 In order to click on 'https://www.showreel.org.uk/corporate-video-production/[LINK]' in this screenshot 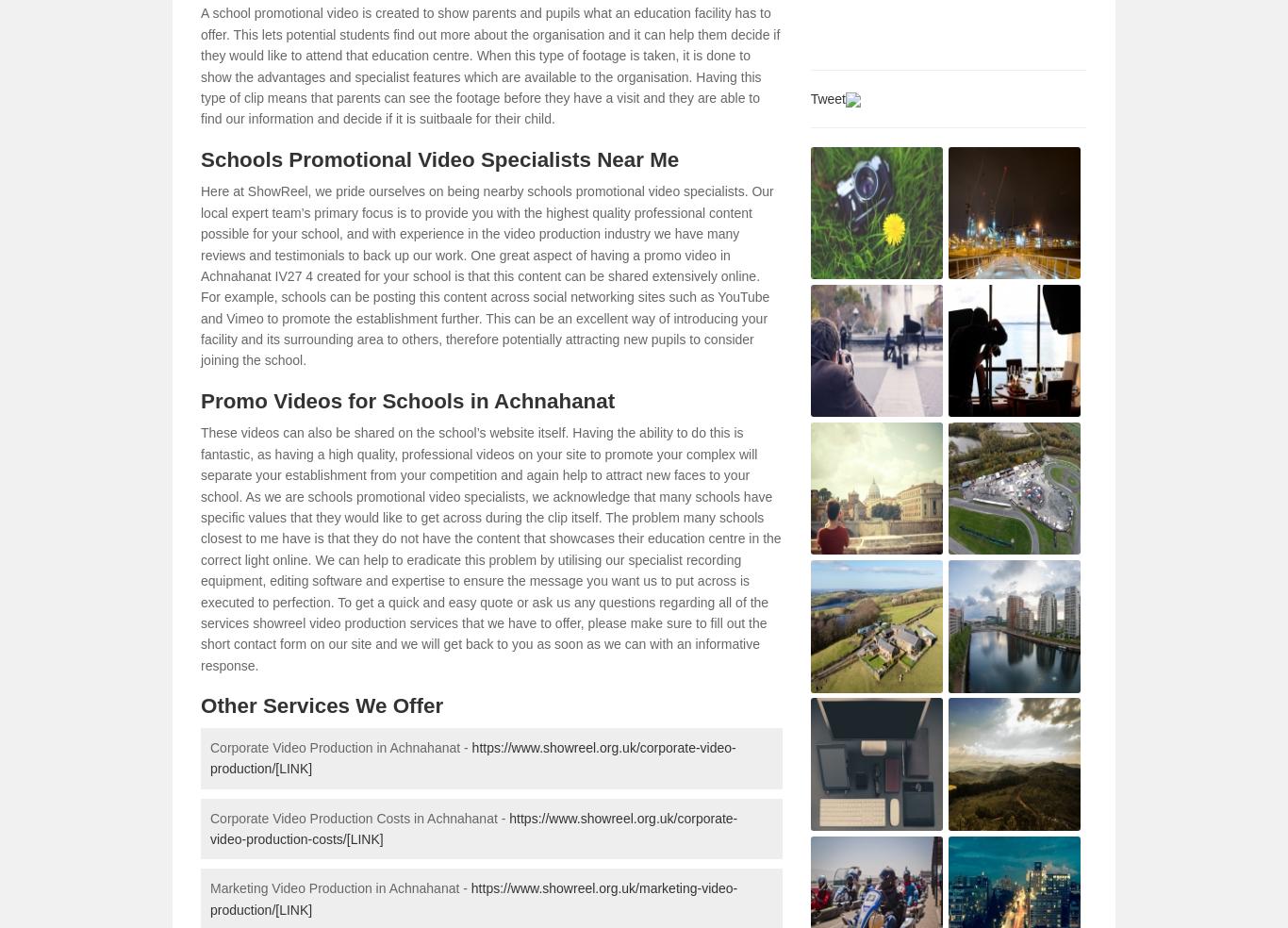, I will do `click(209, 756)`.